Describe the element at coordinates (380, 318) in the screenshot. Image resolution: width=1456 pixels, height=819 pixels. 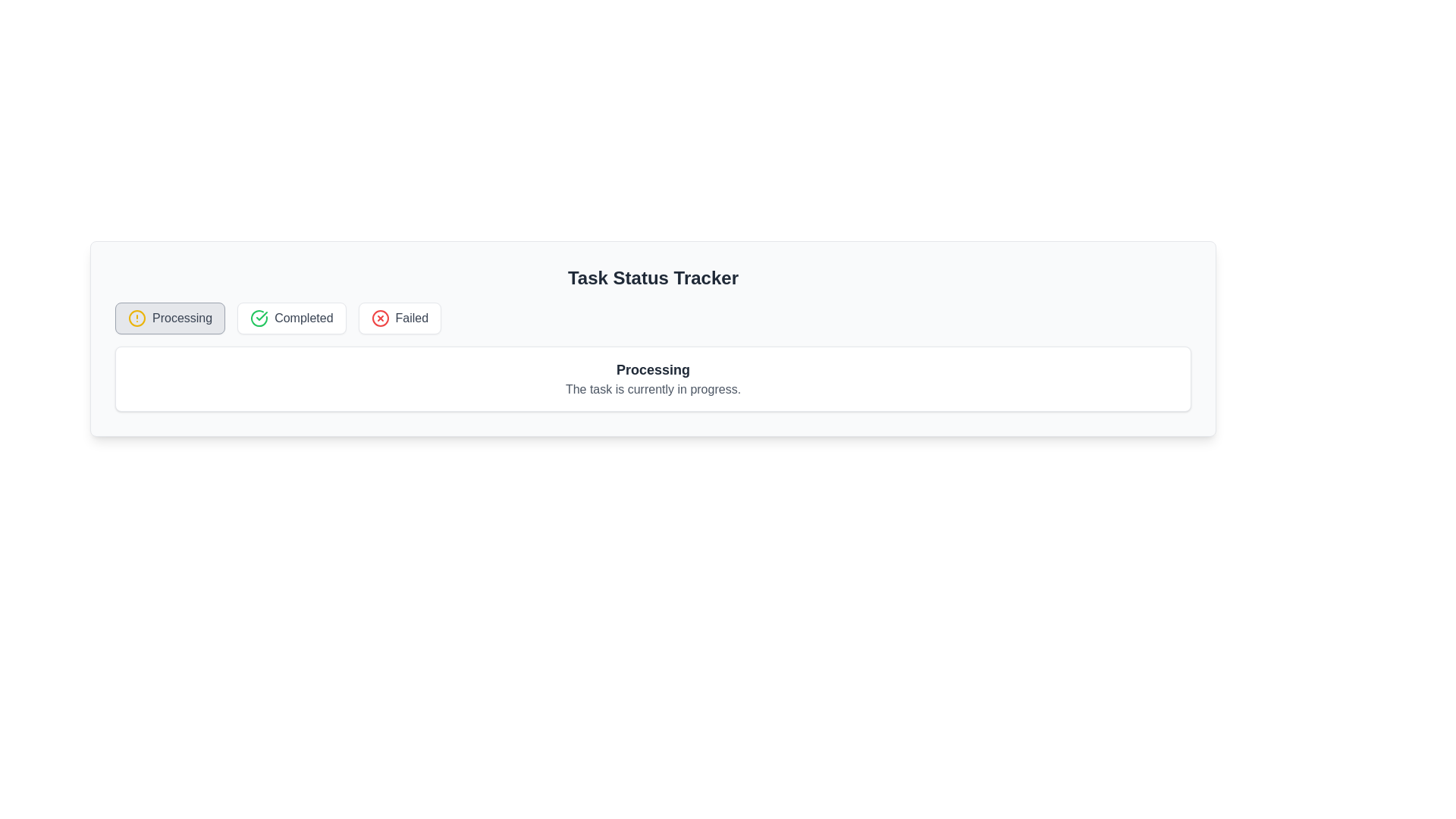
I see `the 'Failed' status icon, which is the third indicator in the horizontal series of status indicators located below the main heading in the task status tracker interface` at that location.